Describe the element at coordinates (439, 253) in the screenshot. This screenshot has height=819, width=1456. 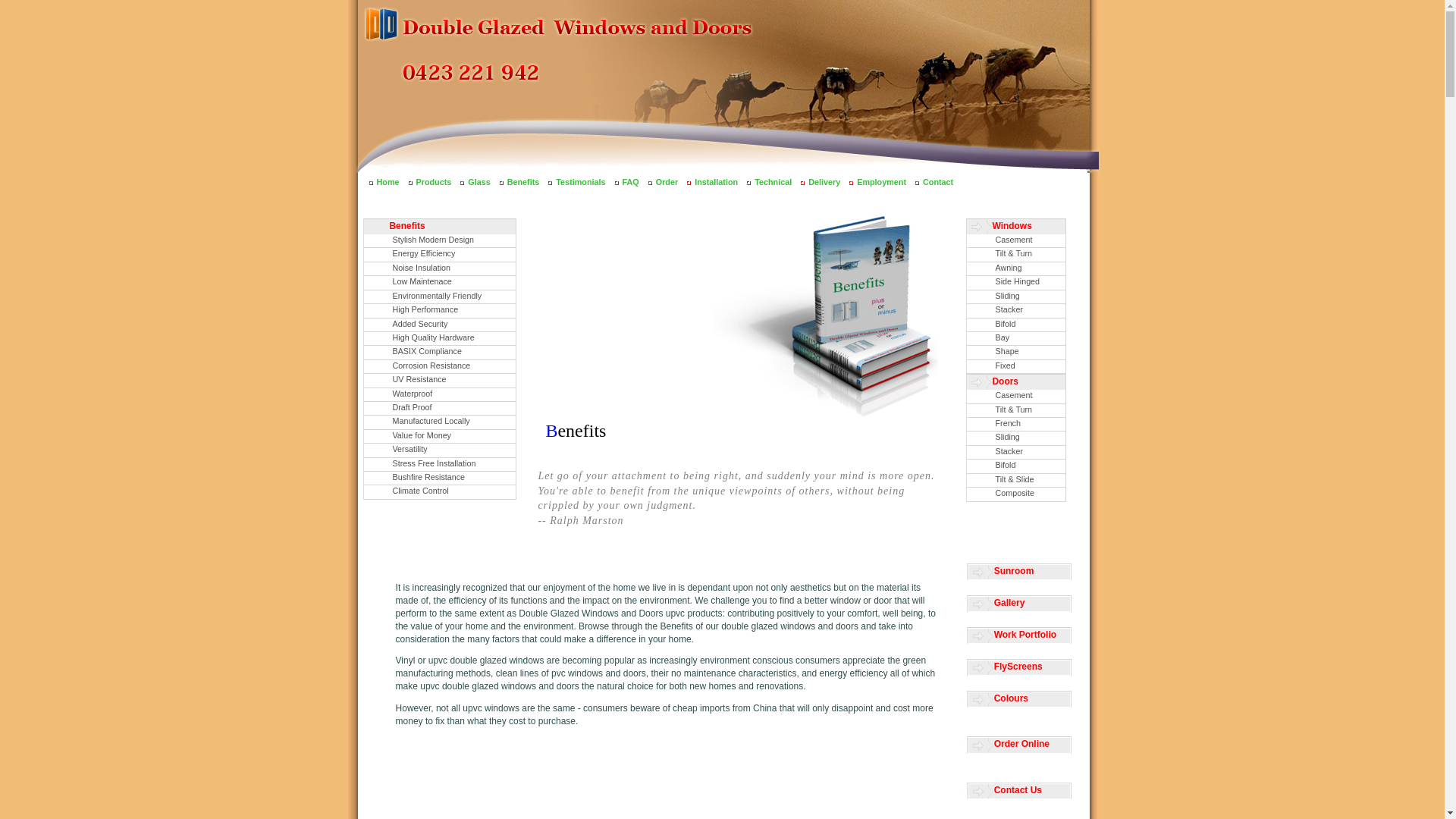
I see `'Energy Efficiency'` at that location.